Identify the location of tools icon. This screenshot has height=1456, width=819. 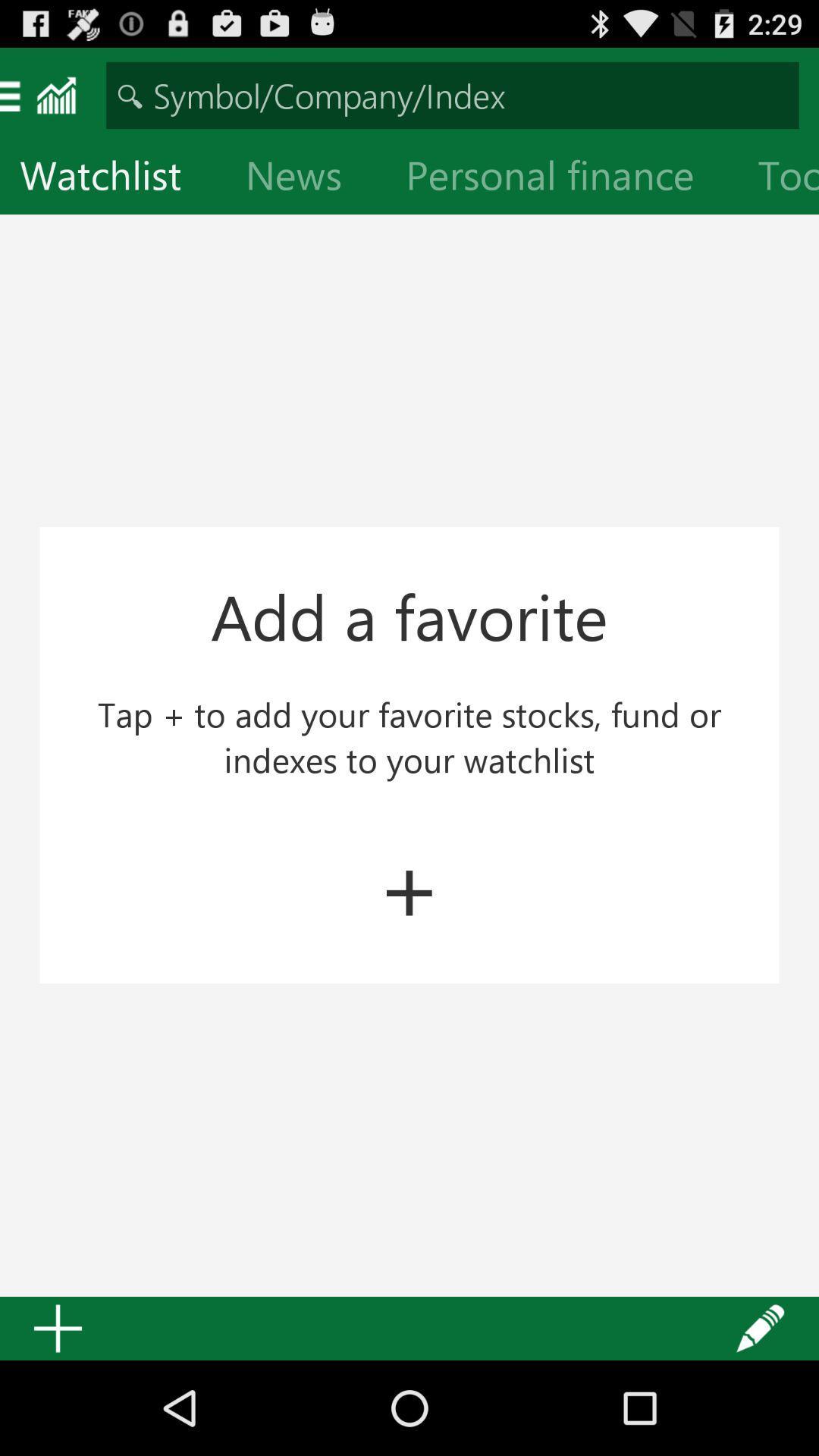
(778, 178).